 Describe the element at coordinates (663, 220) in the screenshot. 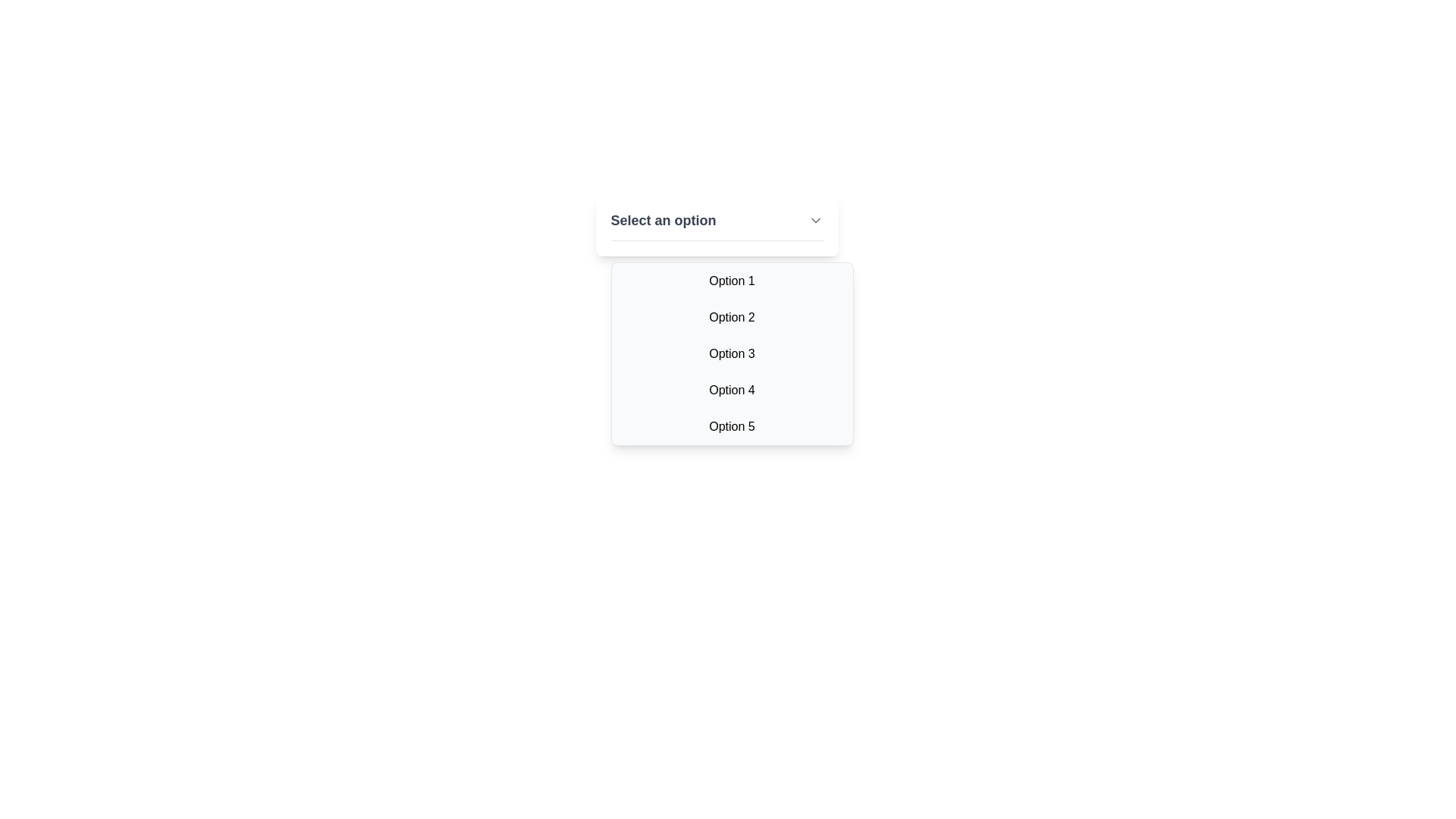

I see `the text label that says 'Select an option', which is styled in gray color and bold font, positioned to the left of a chevron-down icon within a dropdown-like interface` at that location.